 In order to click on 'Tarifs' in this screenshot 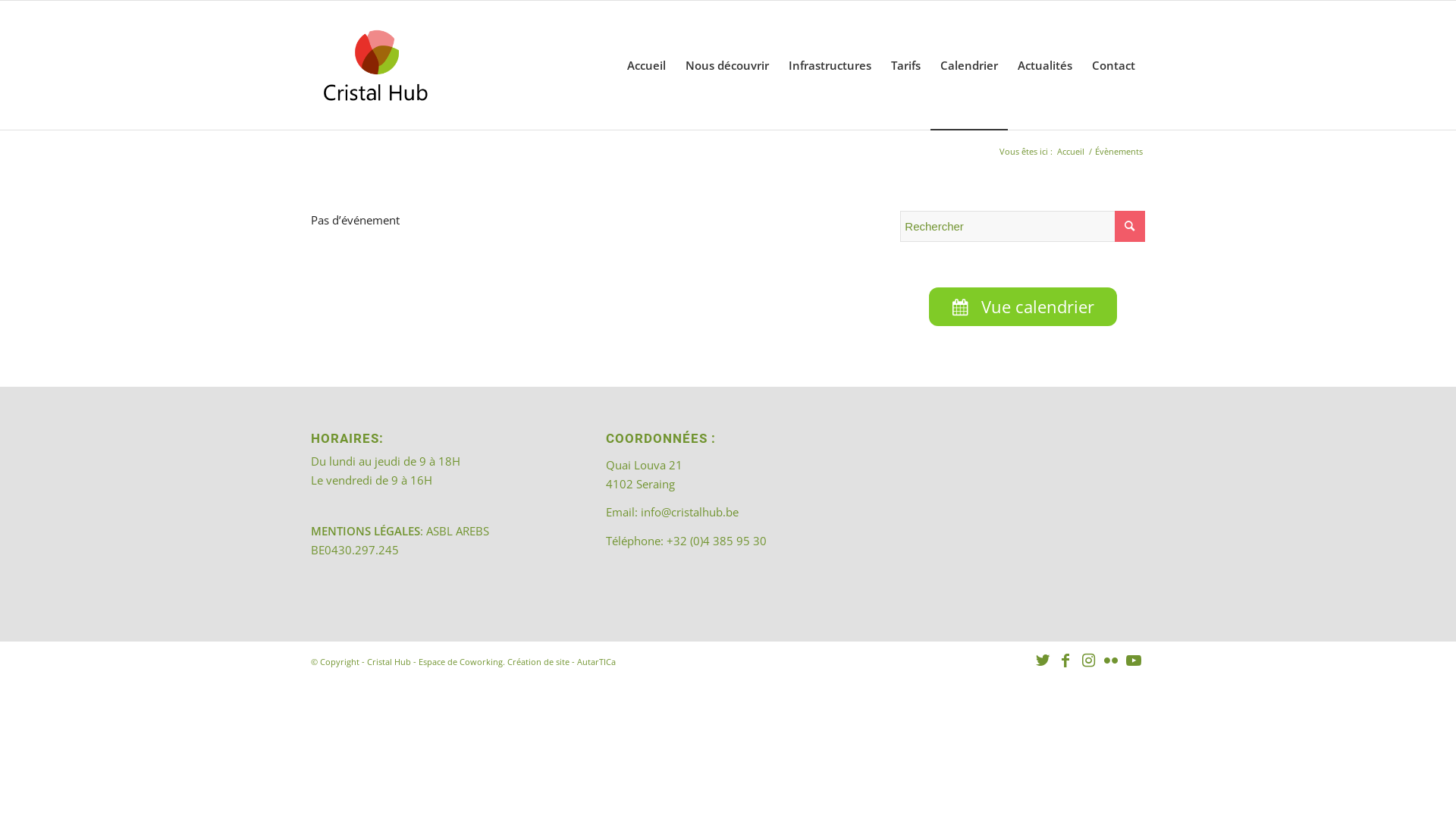, I will do `click(905, 64)`.